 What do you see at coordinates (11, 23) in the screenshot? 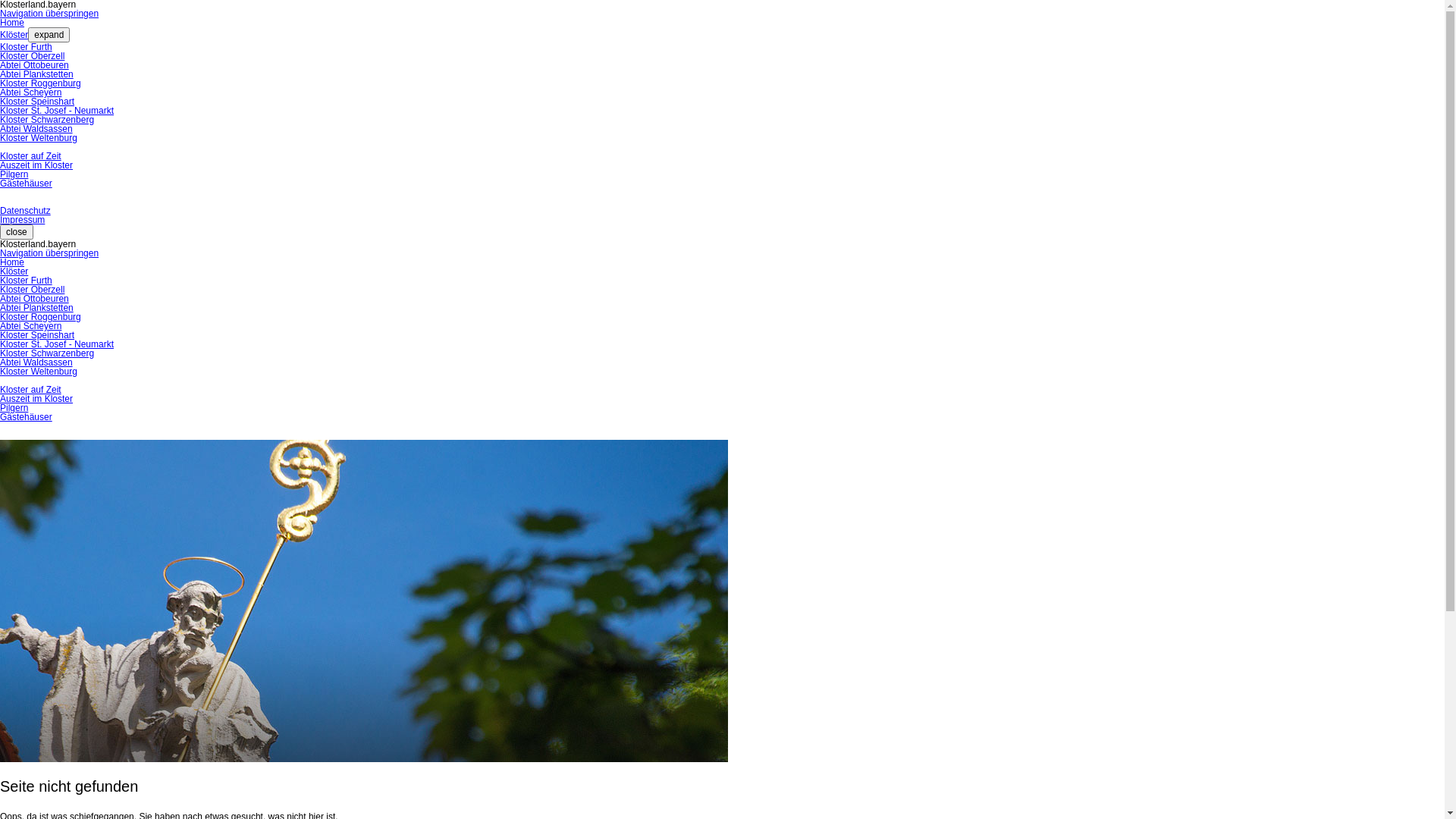
I see `'Home'` at bounding box center [11, 23].